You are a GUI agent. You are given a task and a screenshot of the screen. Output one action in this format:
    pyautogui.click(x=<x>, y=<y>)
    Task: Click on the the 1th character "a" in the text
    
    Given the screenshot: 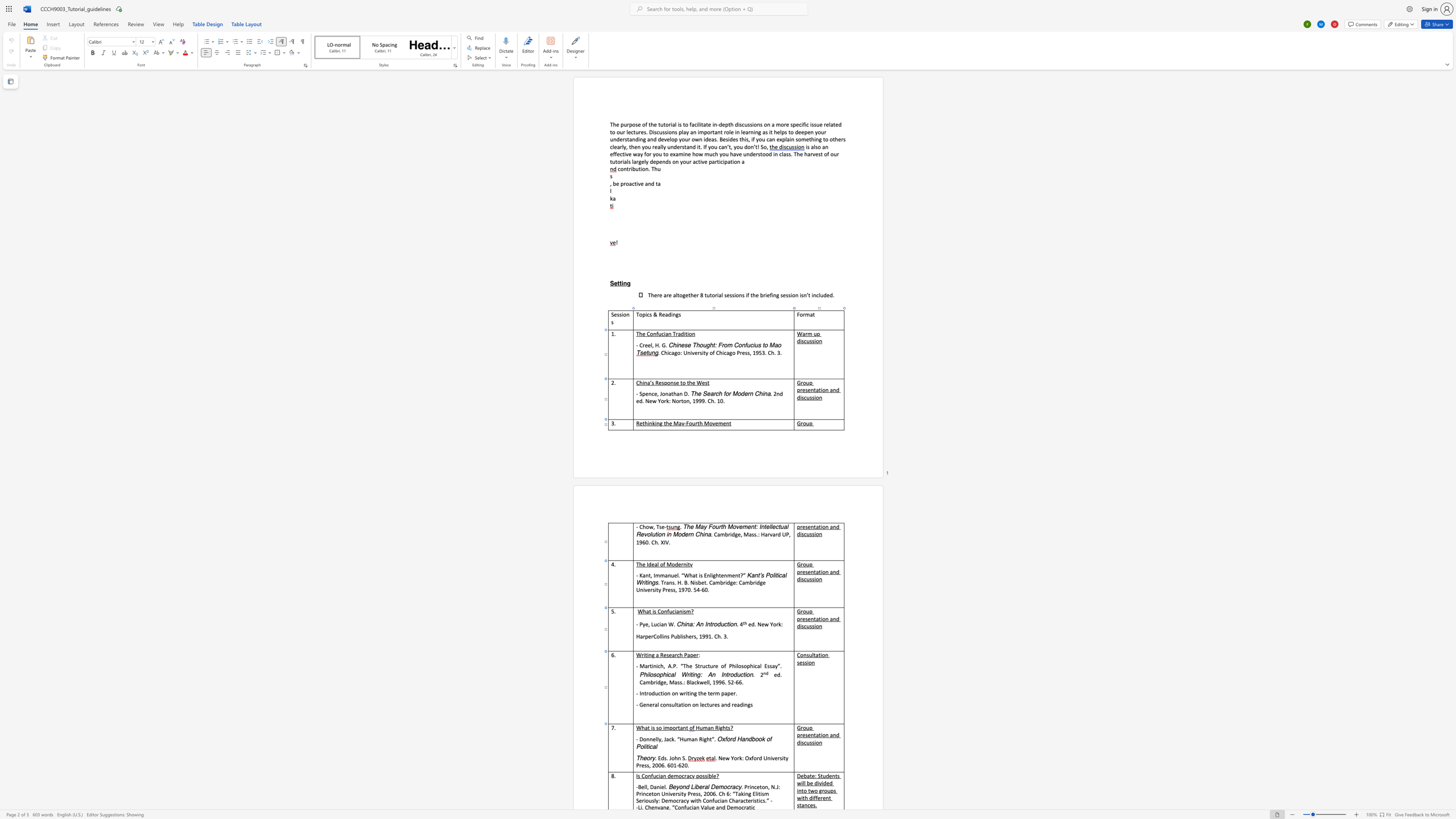 What is the action you would take?
    pyautogui.click(x=640, y=636)
    